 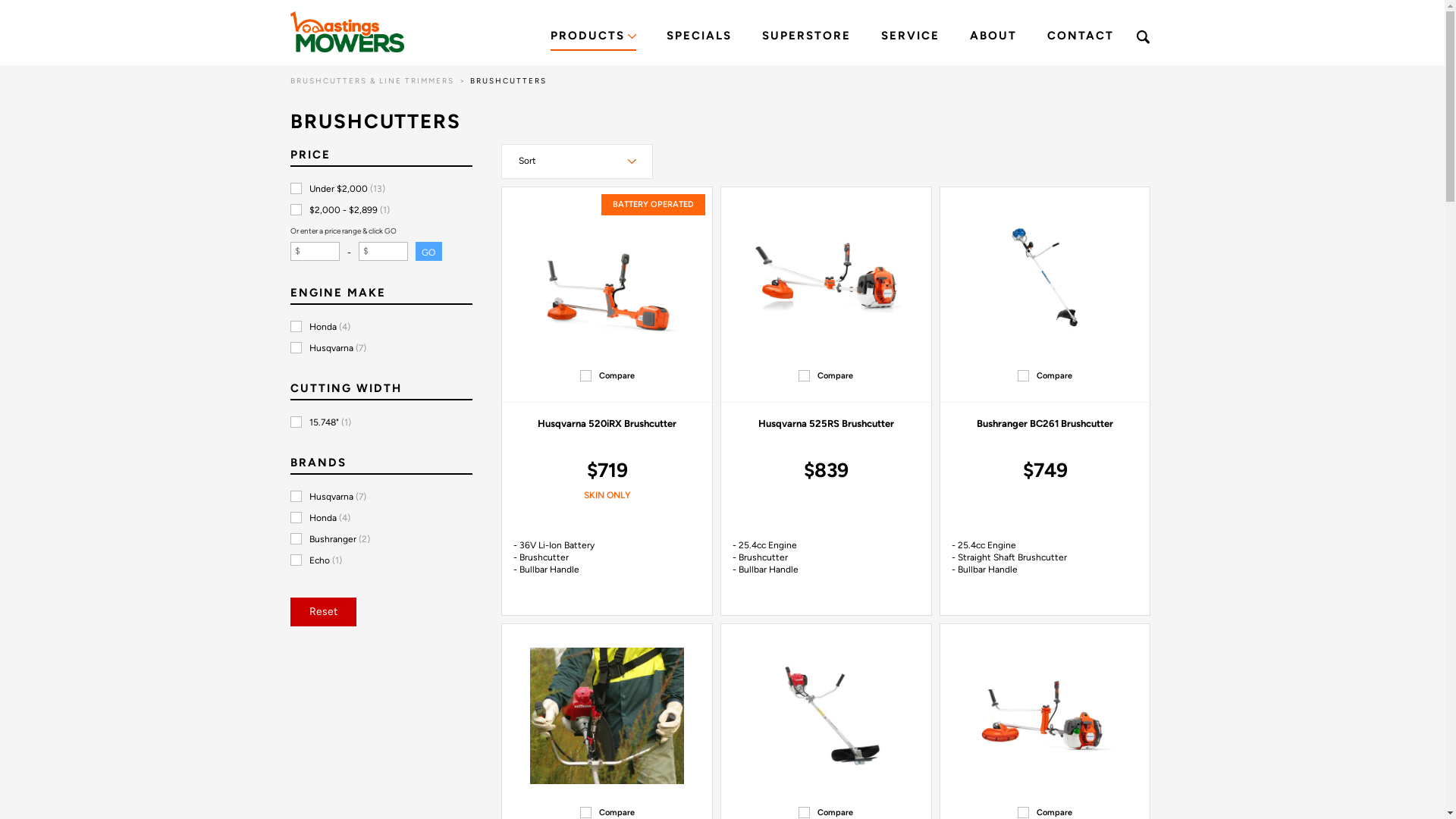 What do you see at coordinates (345, 32) in the screenshot?
I see `'Hastings Mowers'` at bounding box center [345, 32].